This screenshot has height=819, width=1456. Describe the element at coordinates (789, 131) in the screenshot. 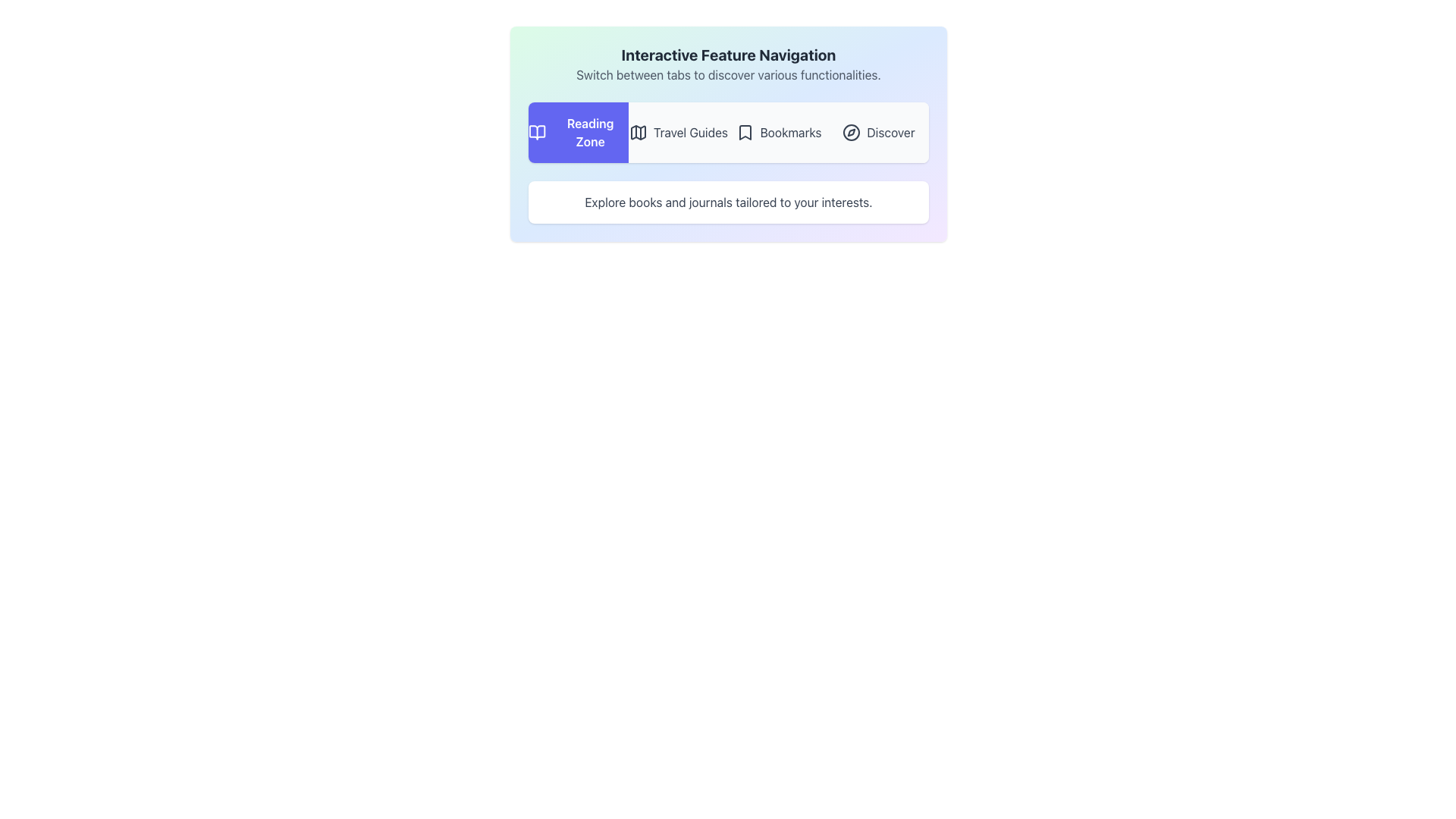

I see `the static text label displaying 'Bookmarks', which is positioned between 'Travel Guides' and 'Discover' in the navigation bar` at that location.